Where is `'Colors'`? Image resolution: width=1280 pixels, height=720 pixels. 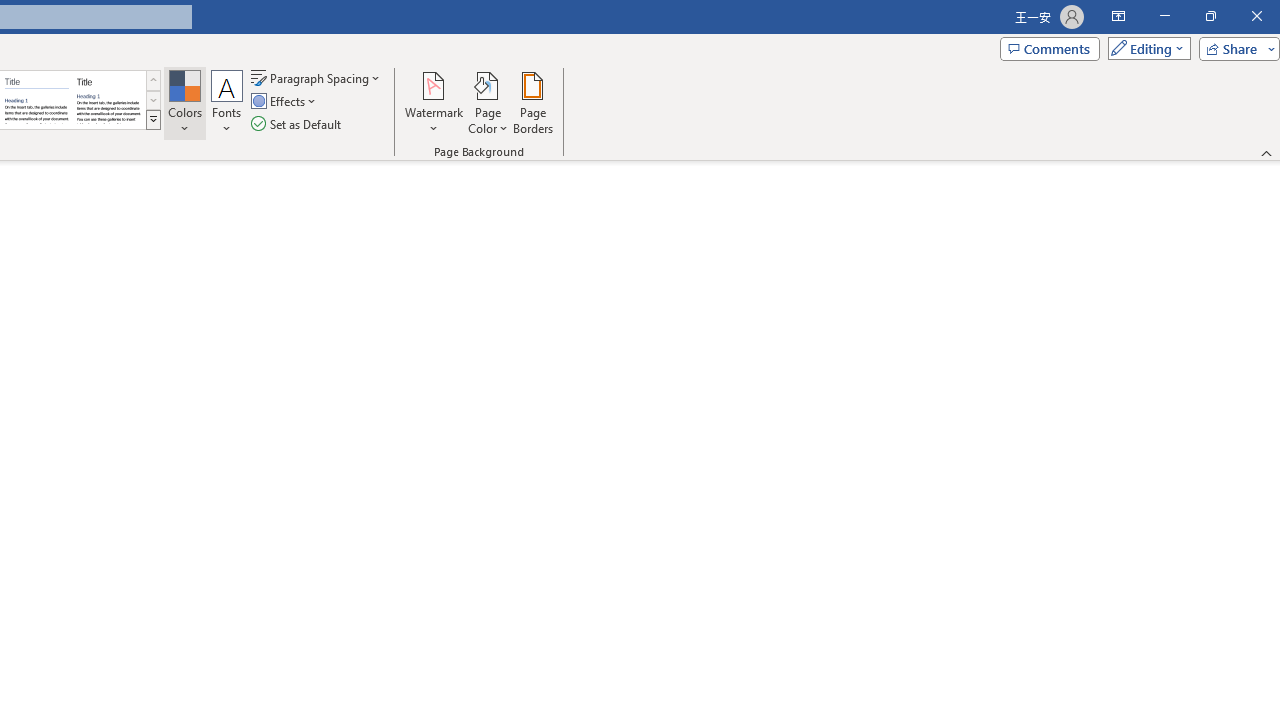 'Colors' is located at coordinates (184, 103).